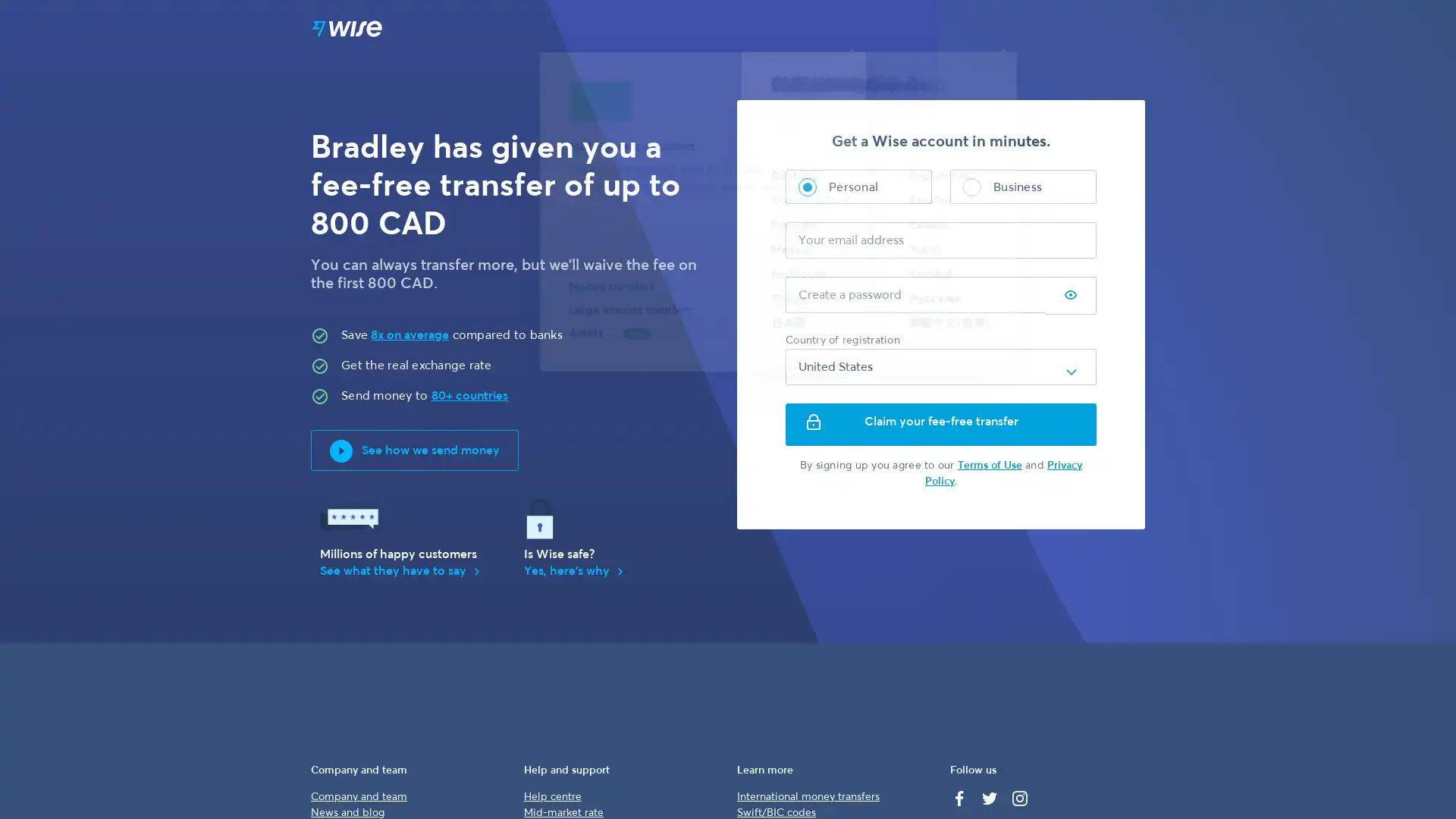 The height and width of the screenshot is (819, 1456). Describe the element at coordinates (1069, 296) in the screenshot. I see `Show password` at that location.